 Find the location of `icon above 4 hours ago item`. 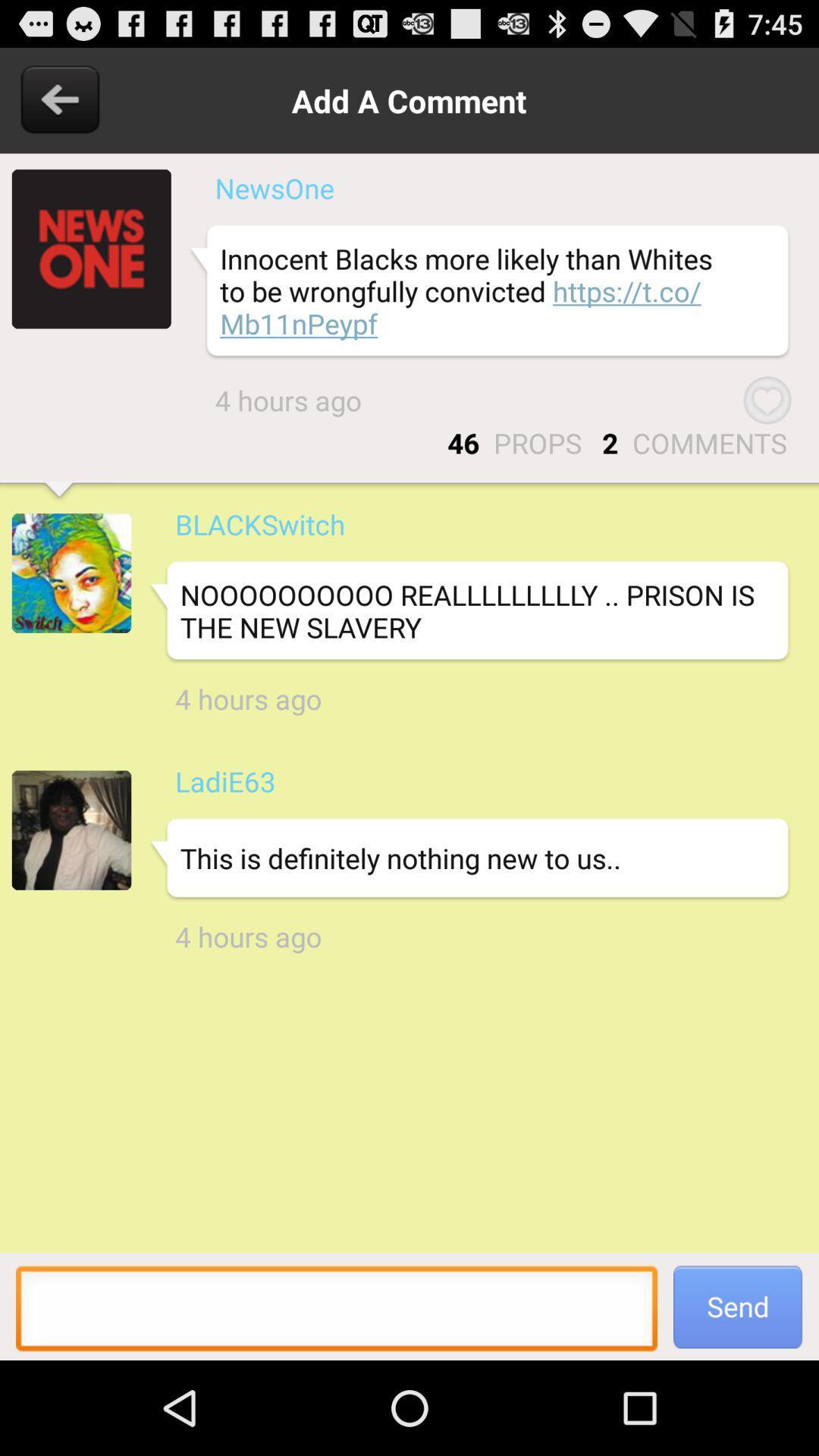

icon above 4 hours ago item is located at coordinates (468, 611).